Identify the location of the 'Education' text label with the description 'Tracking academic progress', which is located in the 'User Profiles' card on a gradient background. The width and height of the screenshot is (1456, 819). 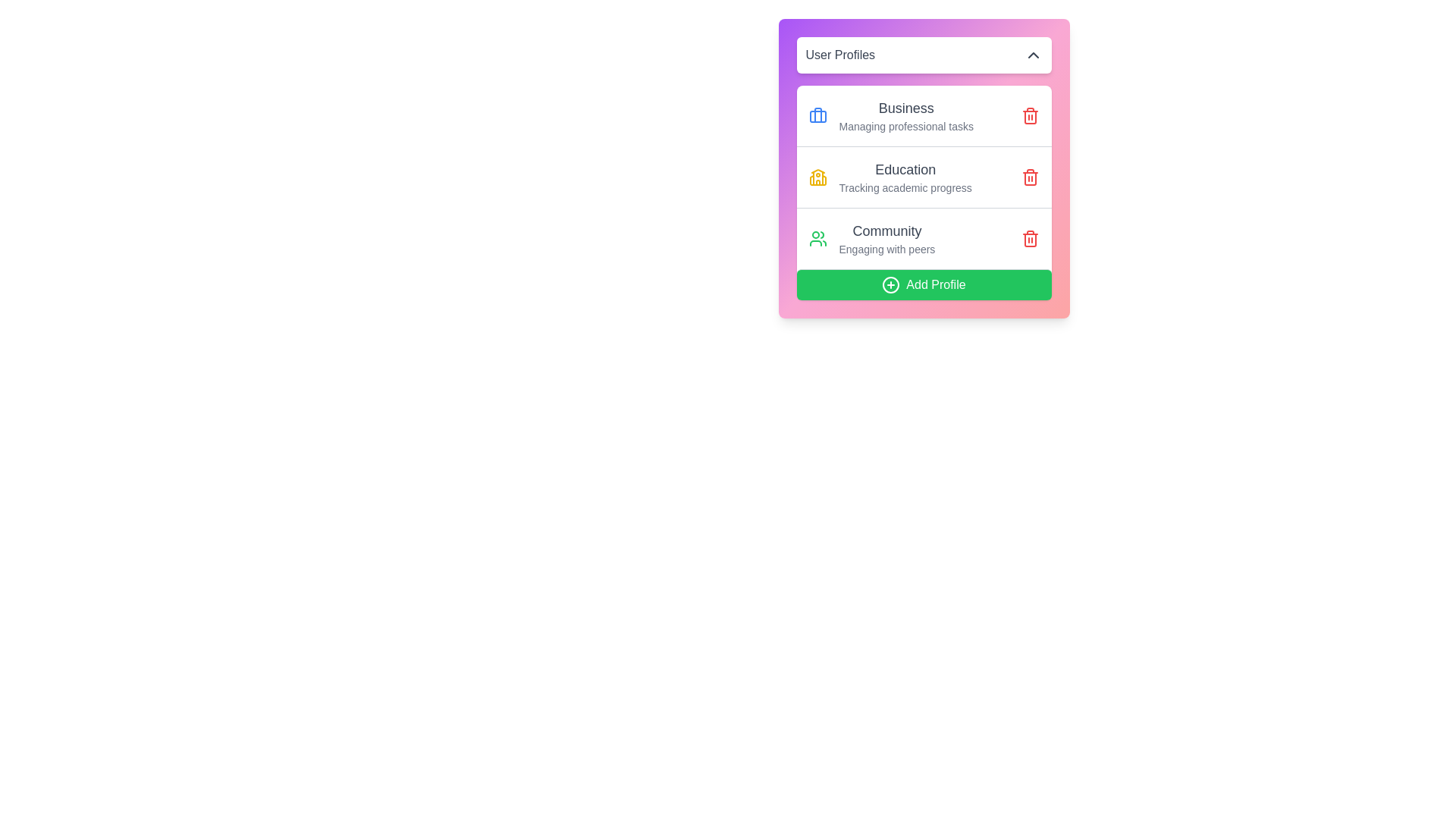
(905, 177).